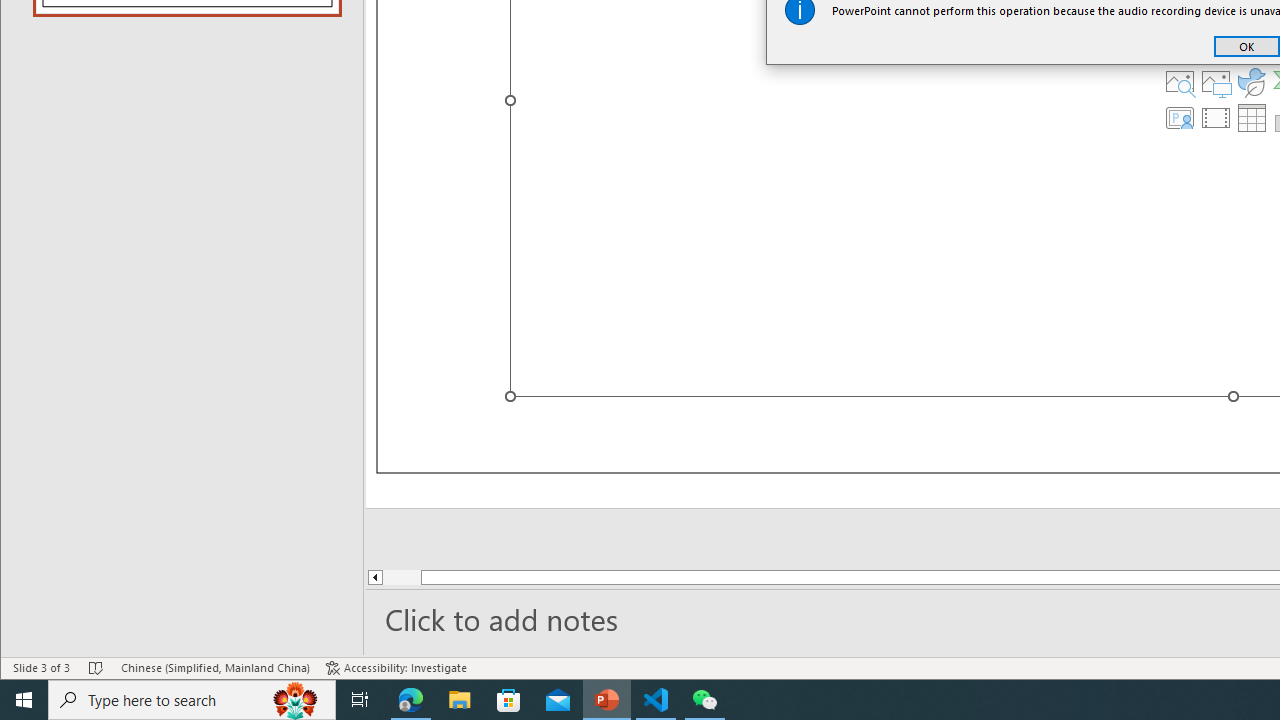 This screenshot has width=1280, height=720. Describe the element at coordinates (1179, 118) in the screenshot. I see `'Insert Cameo'` at that location.